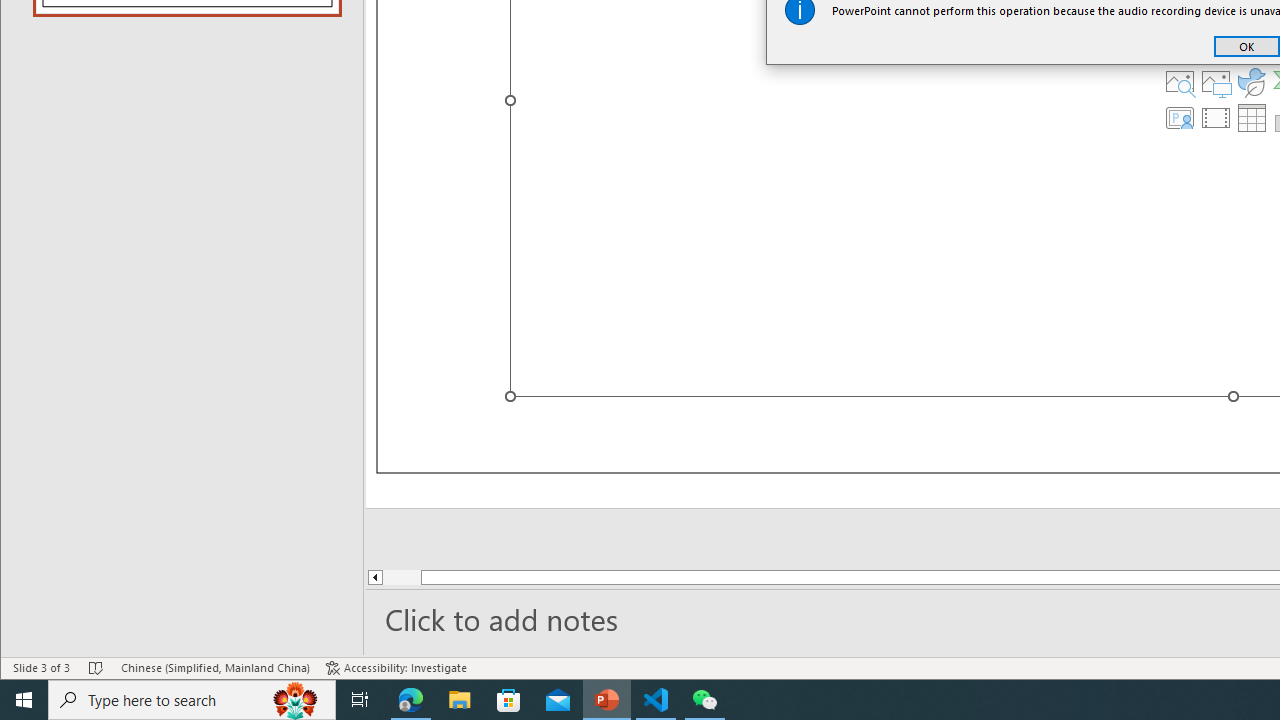 This screenshot has width=1280, height=720. Describe the element at coordinates (1179, 118) in the screenshot. I see `'Insert Cameo'` at that location.